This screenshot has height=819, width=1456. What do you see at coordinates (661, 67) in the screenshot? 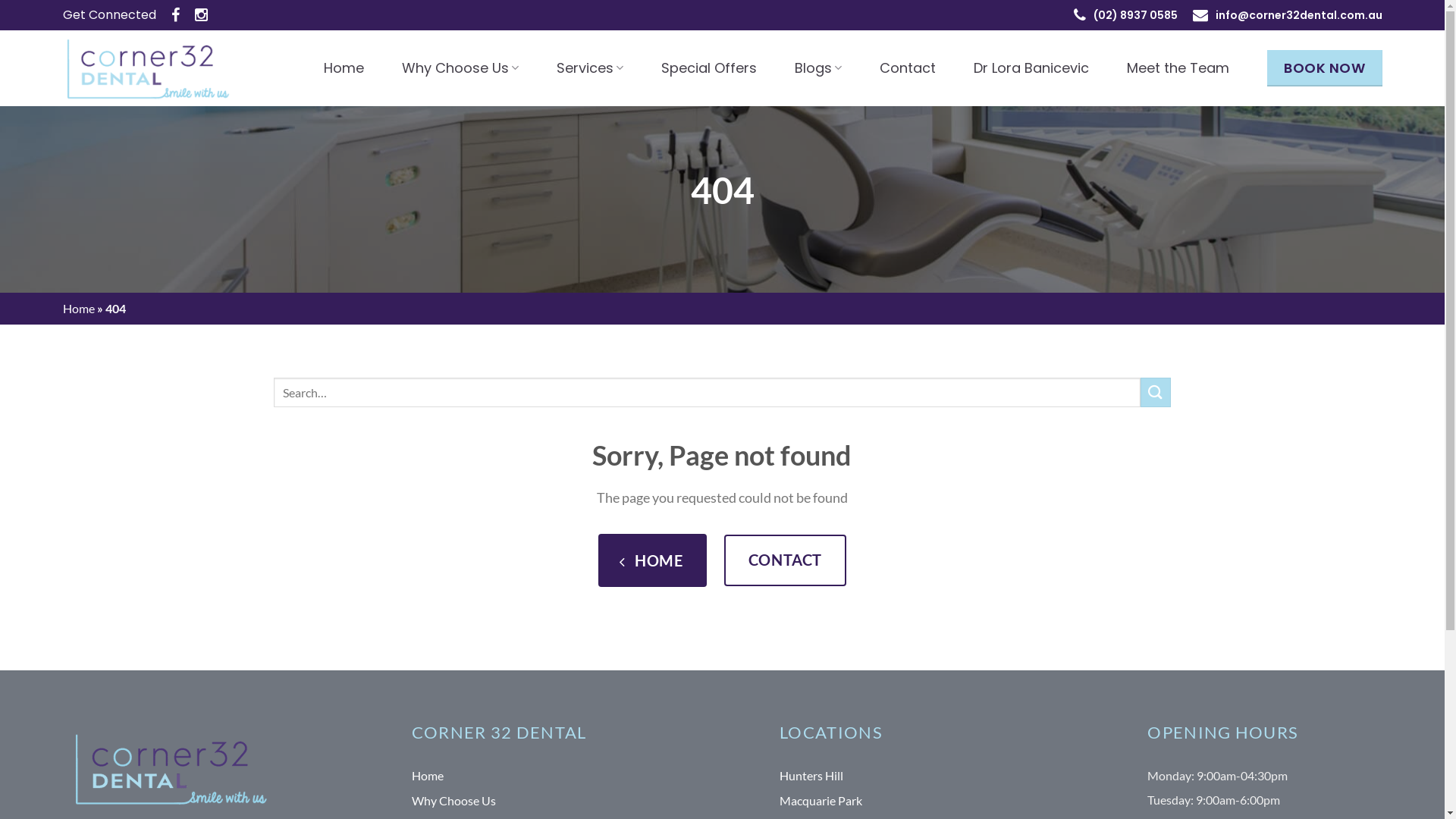
I see `'Special Offers'` at bounding box center [661, 67].